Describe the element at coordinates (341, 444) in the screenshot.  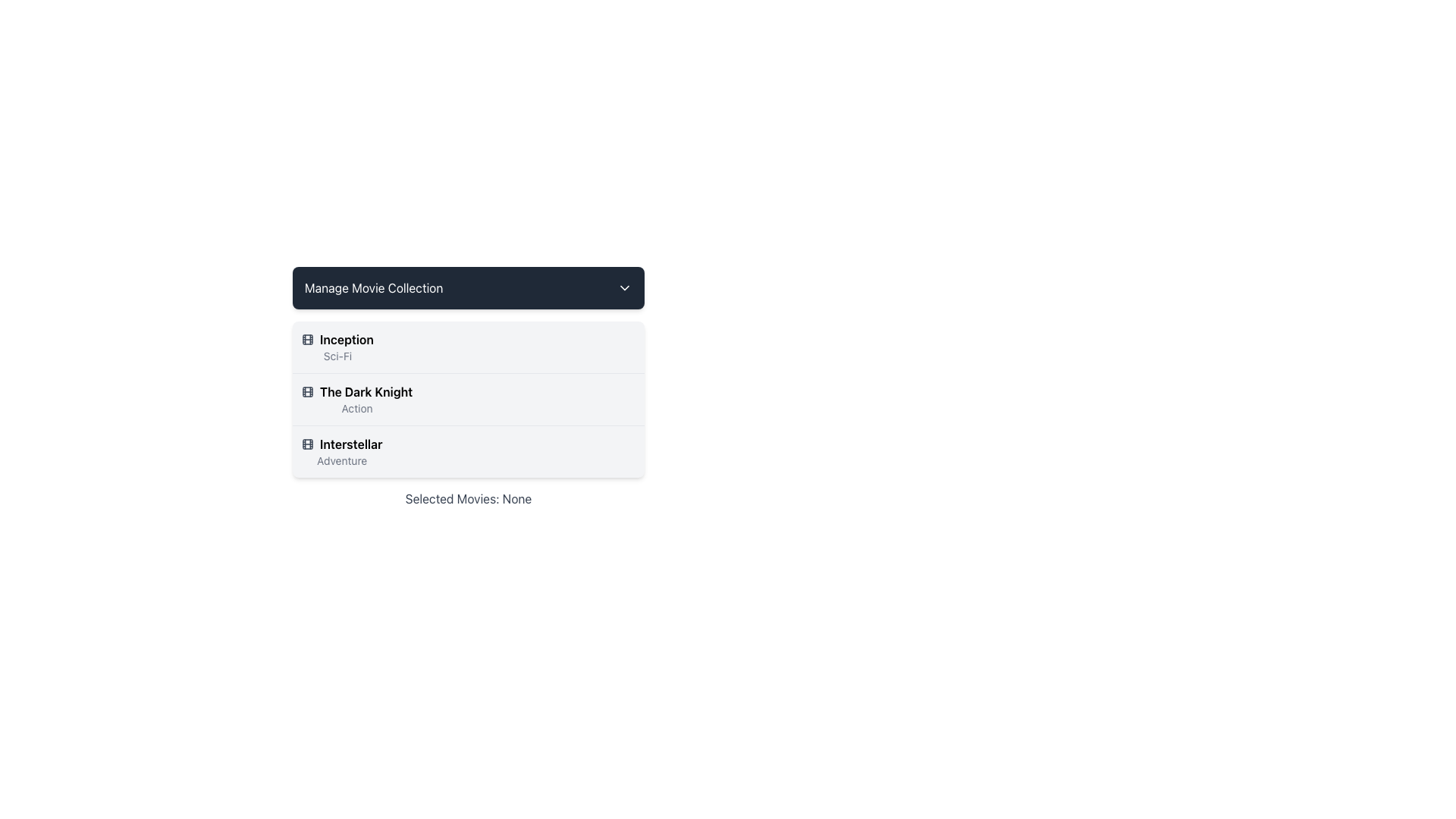
I see `contents of the text label displaying the movie title 'Interstellar' located in the third row of the movie collection list` at that location.